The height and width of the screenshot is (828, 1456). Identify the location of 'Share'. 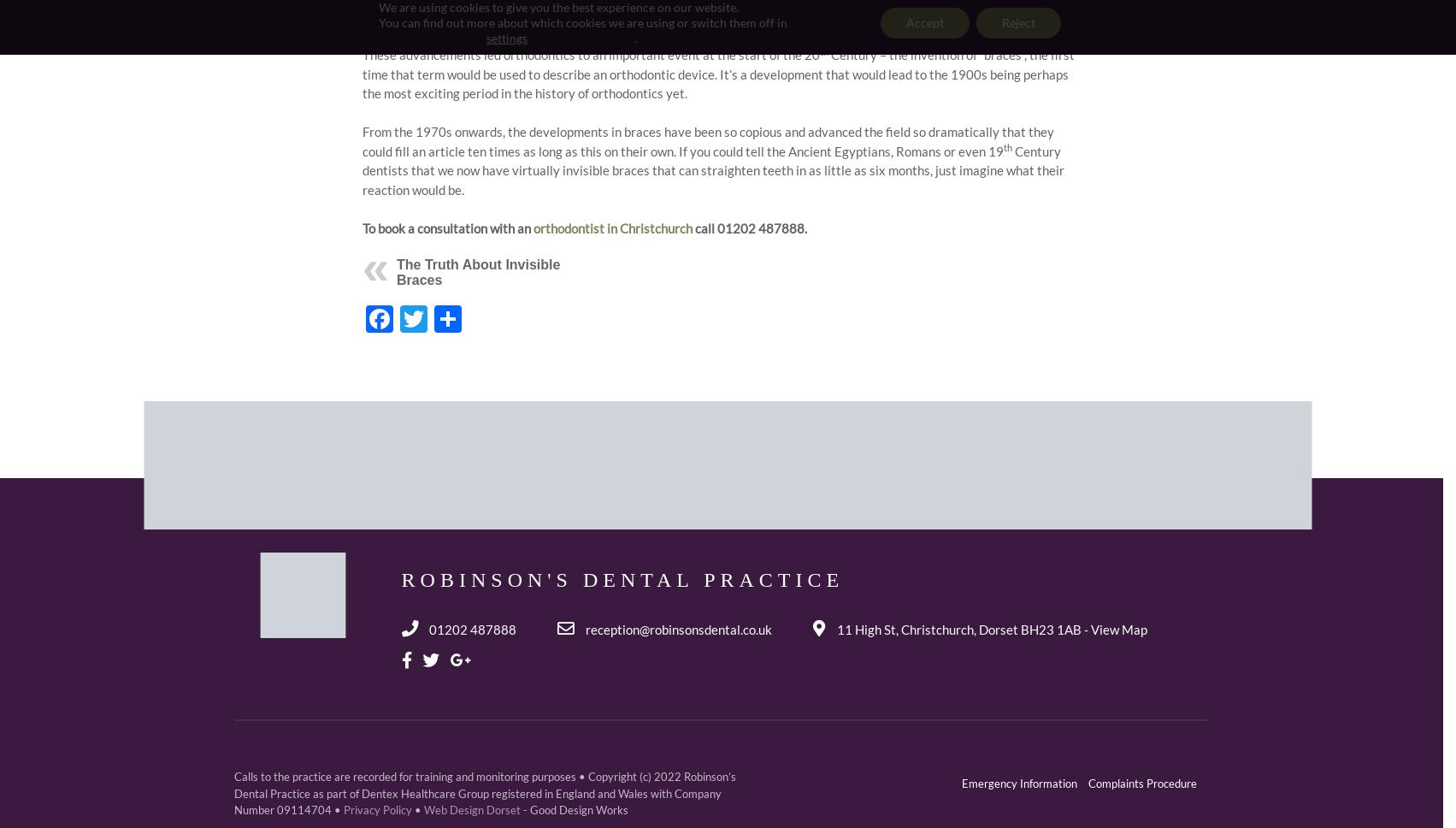
(495, 317).